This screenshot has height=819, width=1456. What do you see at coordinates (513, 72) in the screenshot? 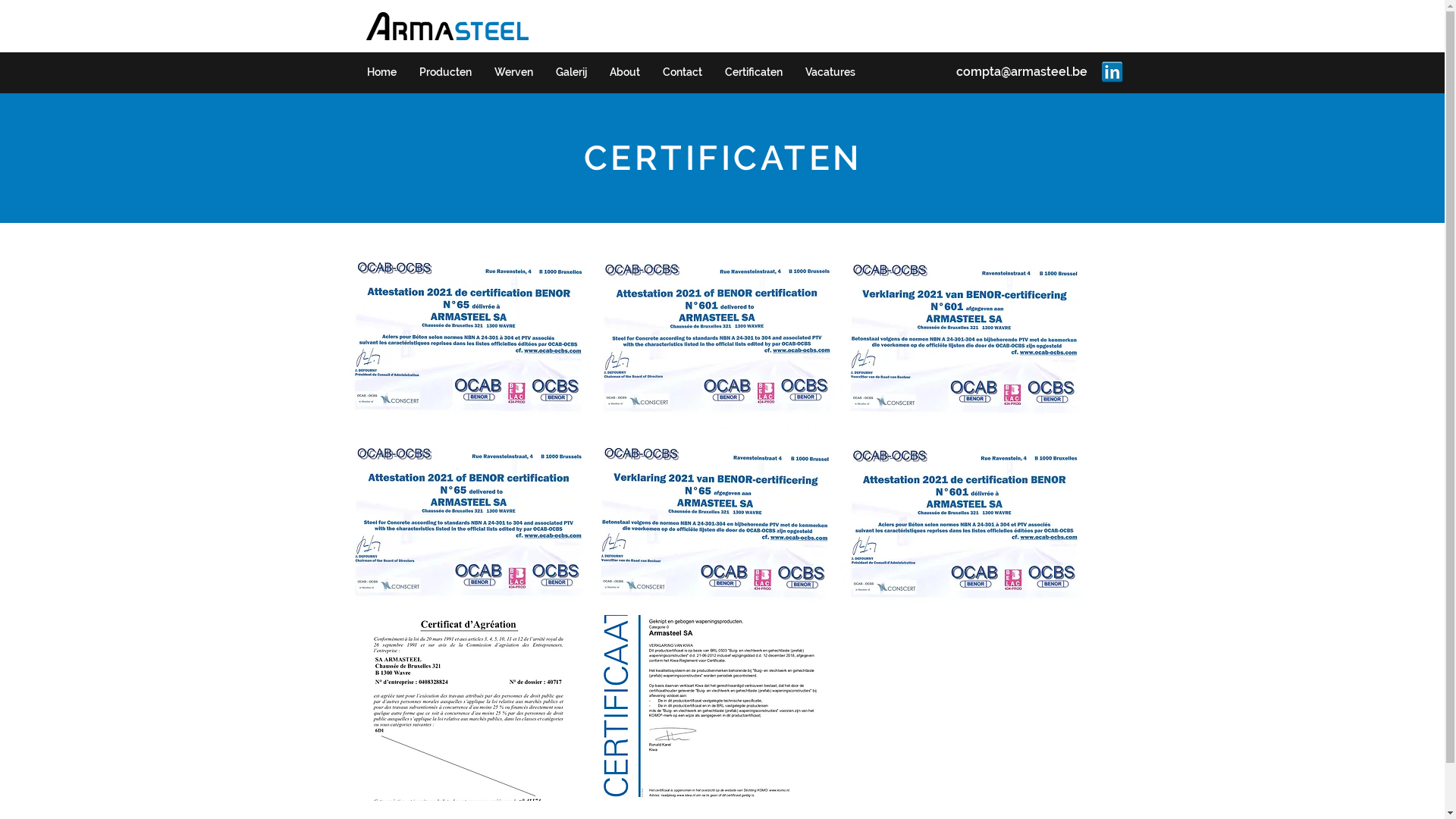
I see `'Werven'` at bounding box center [513, 72].